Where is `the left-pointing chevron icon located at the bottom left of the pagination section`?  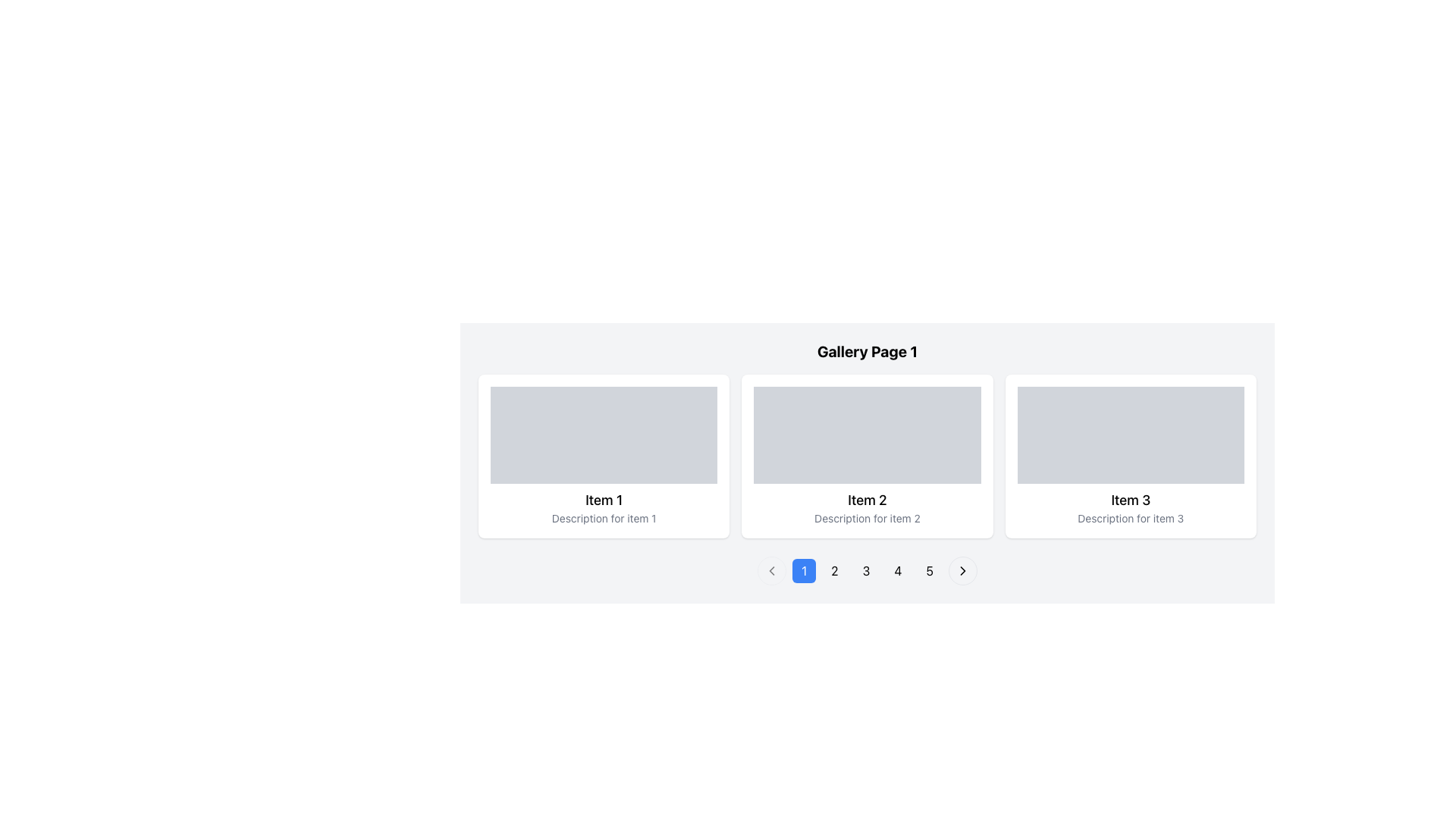
the left-pointing chevron icon located at the bottom left of the pagination section is located at coordinates (772, 570).